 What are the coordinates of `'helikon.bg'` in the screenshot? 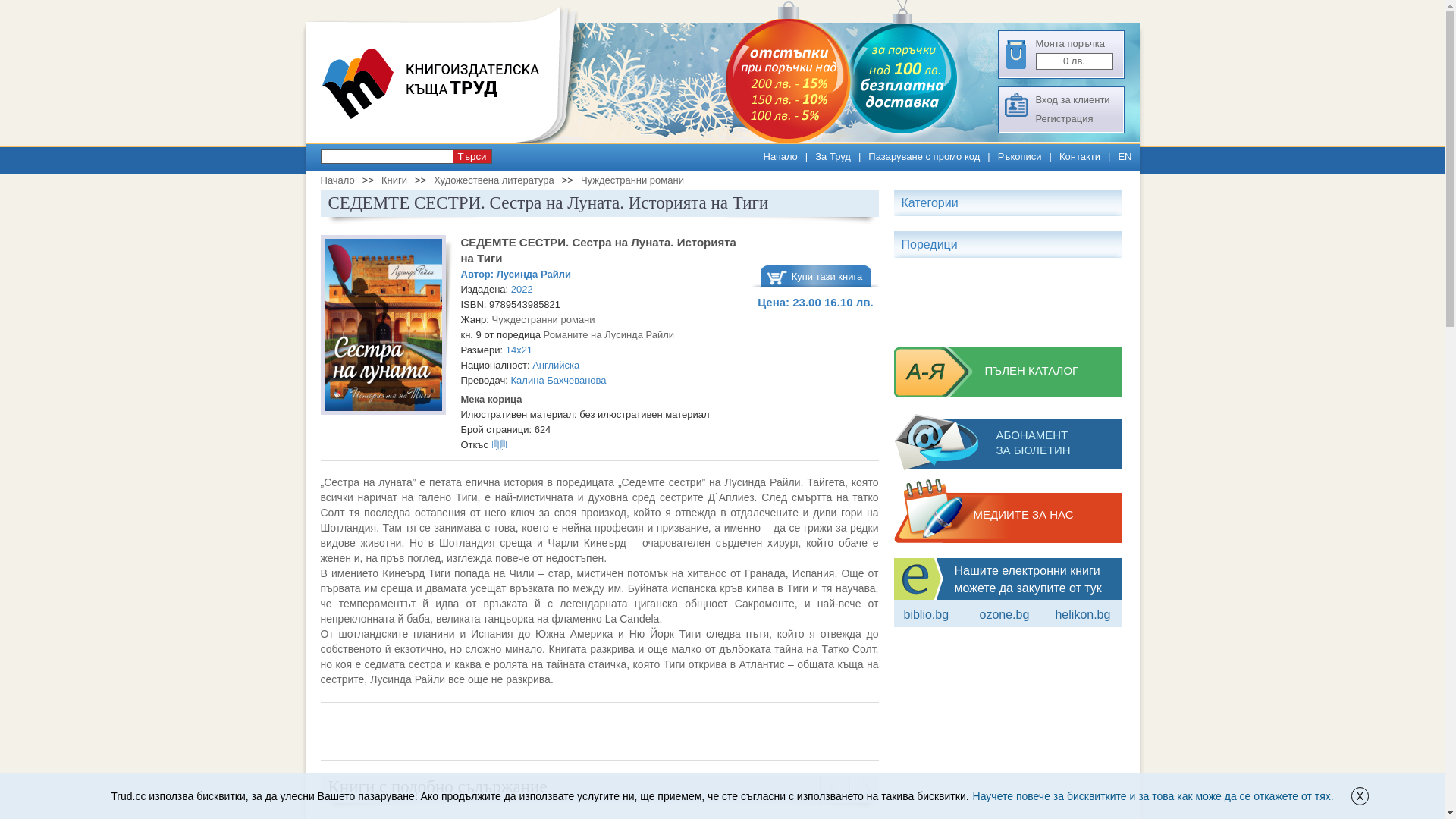 It's located at (1081, 614).